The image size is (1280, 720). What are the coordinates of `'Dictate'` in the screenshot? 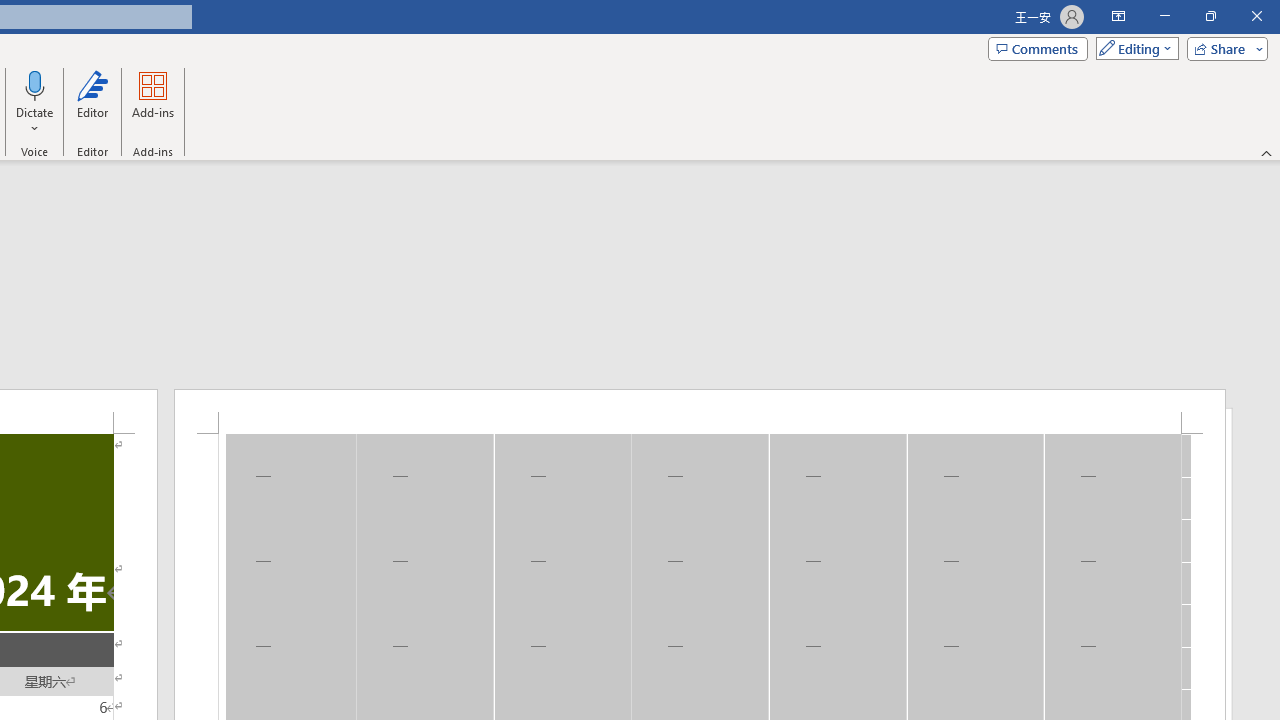 It's located at (35, 103).